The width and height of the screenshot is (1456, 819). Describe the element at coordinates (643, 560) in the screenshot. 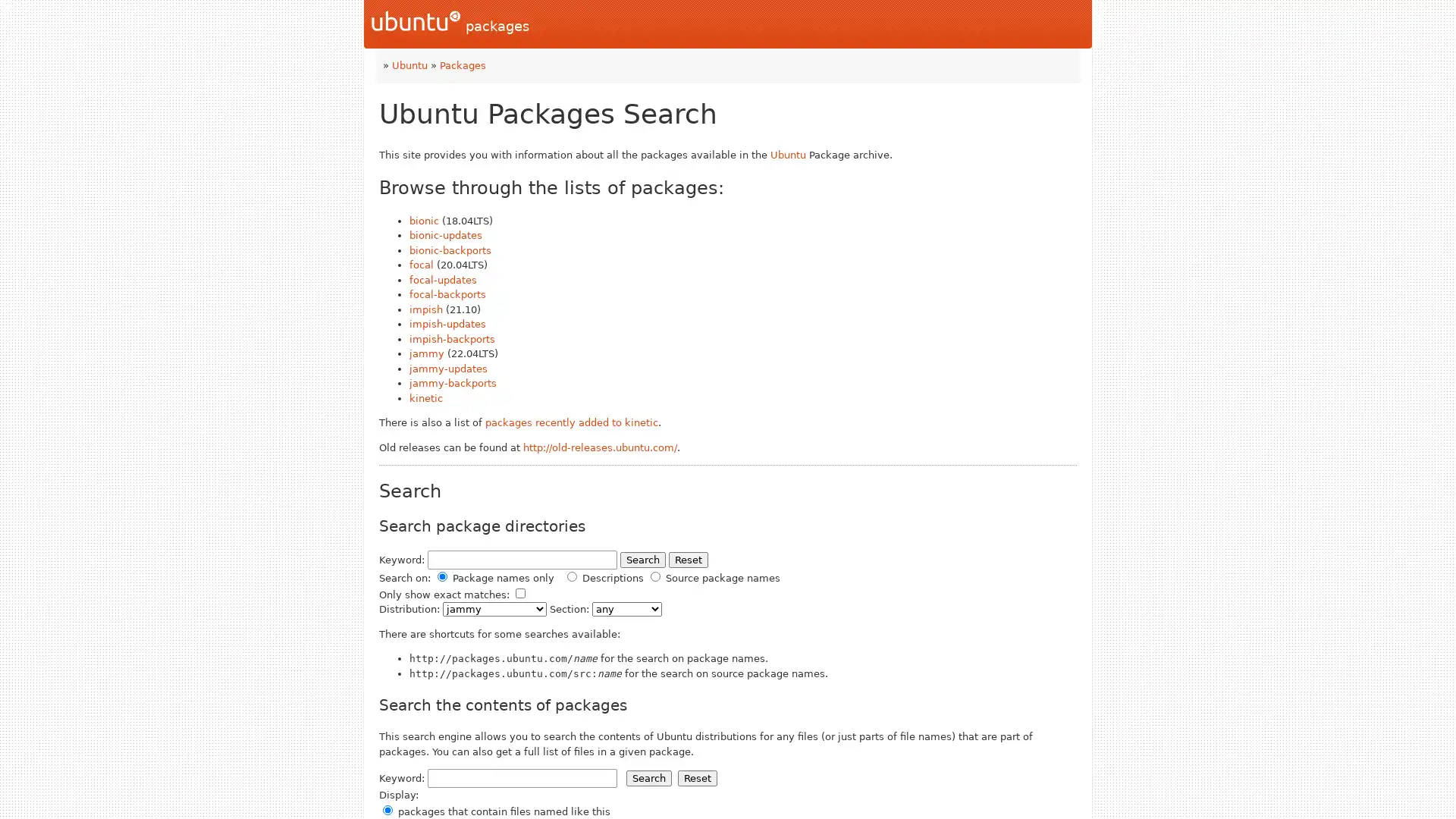

I see `Search` at that location.